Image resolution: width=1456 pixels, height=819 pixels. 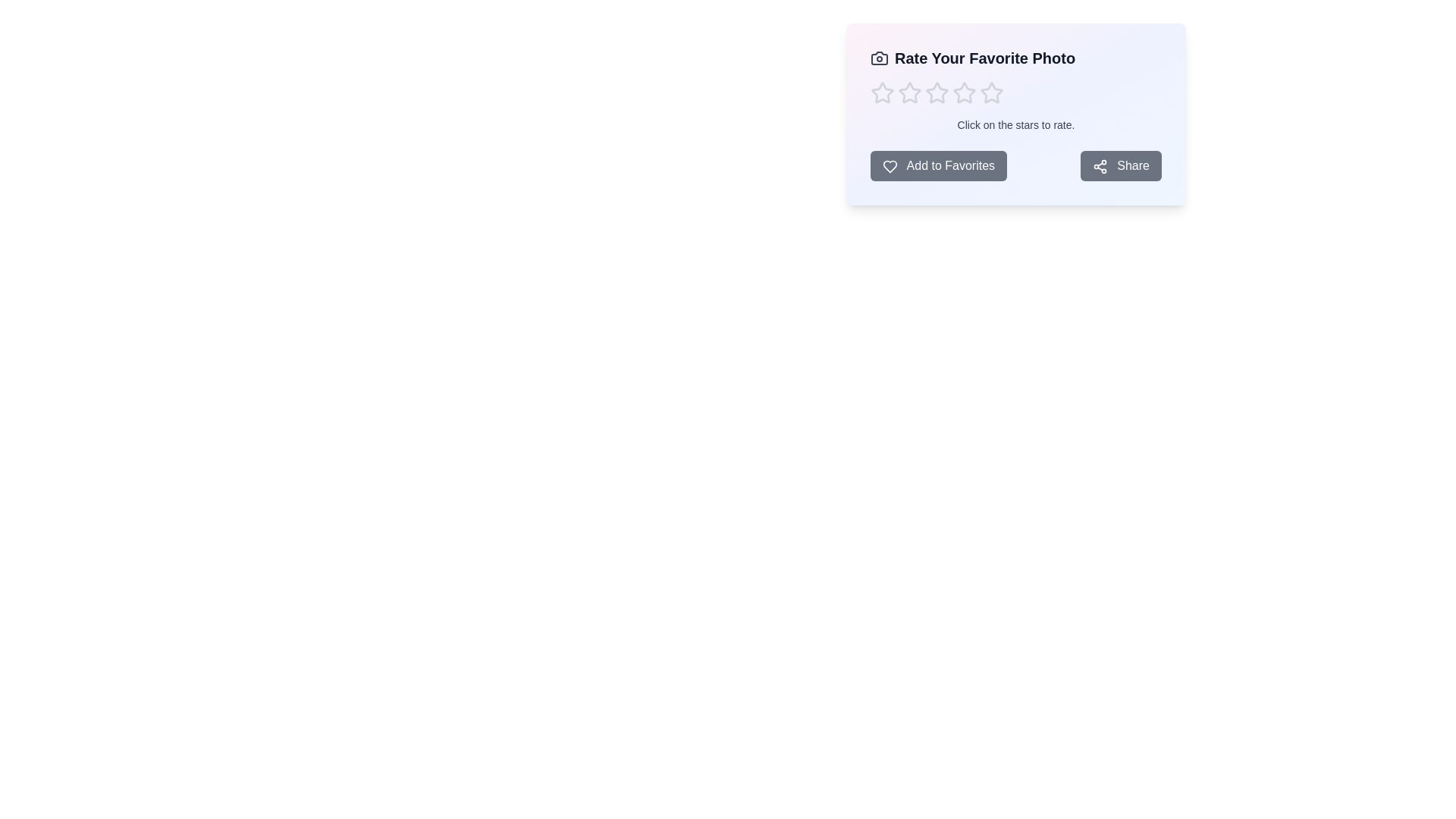 What do you see at coordinates (992, 93) in the screenshot?
I see `the fourth star icon` at bounding box center [992, 93].